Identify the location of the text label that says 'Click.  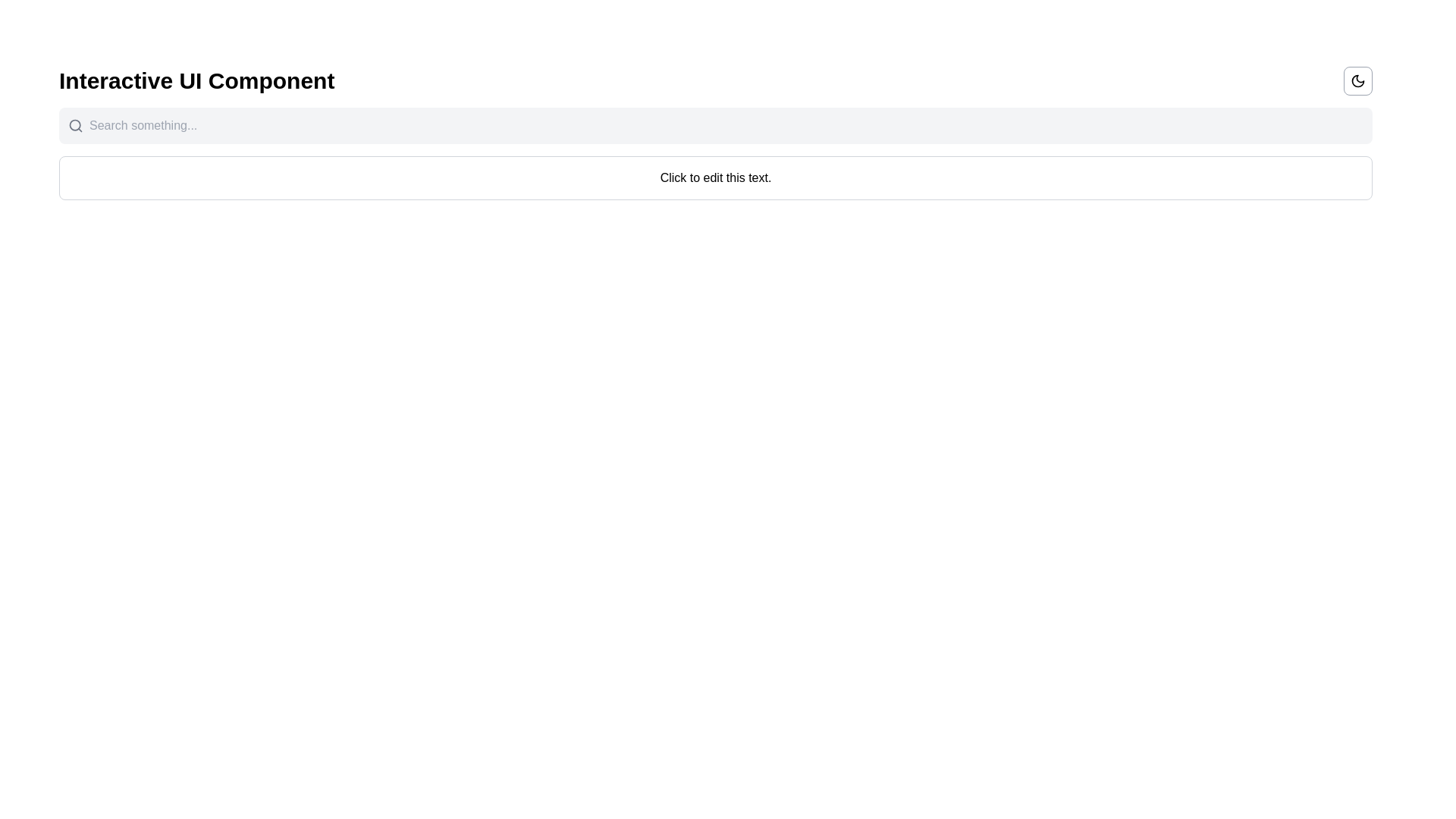
(715, 177).